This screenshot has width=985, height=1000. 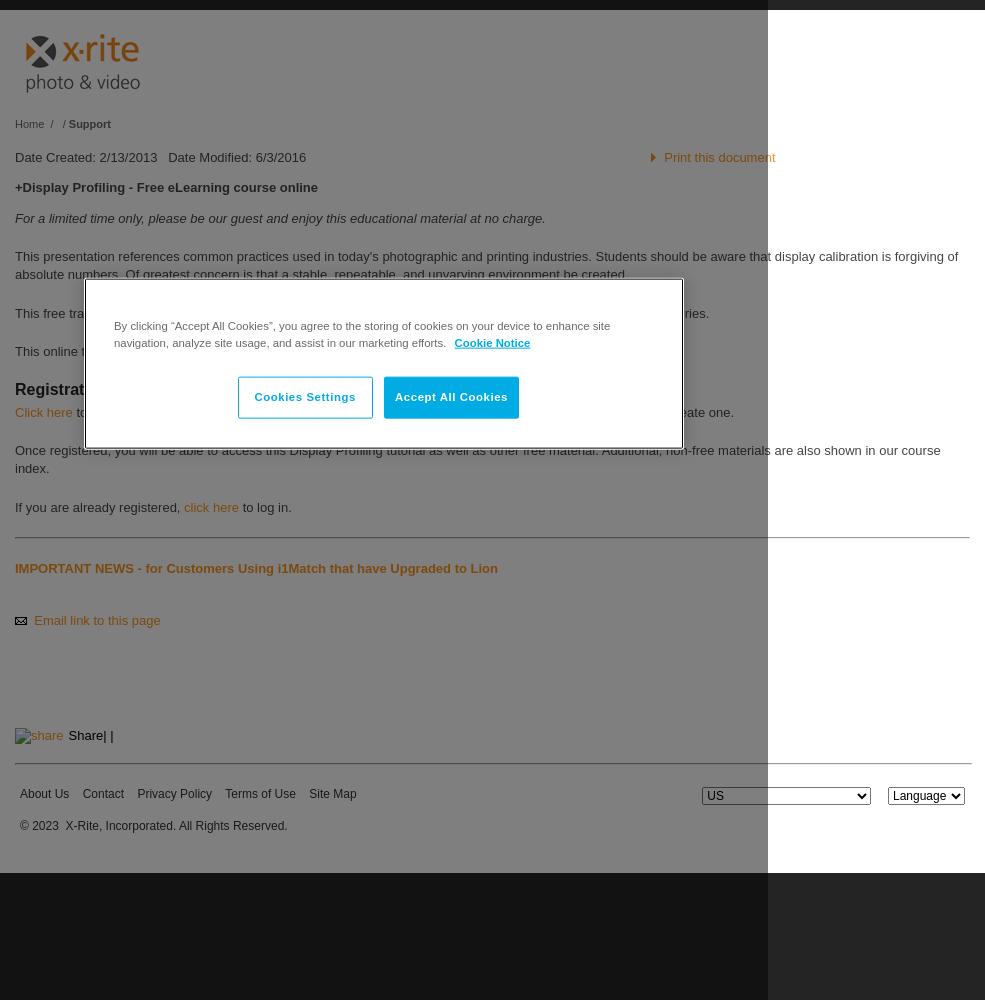 I want to click on '+Display Profiling - Free eLearning course online', so click(x=13, y=187).